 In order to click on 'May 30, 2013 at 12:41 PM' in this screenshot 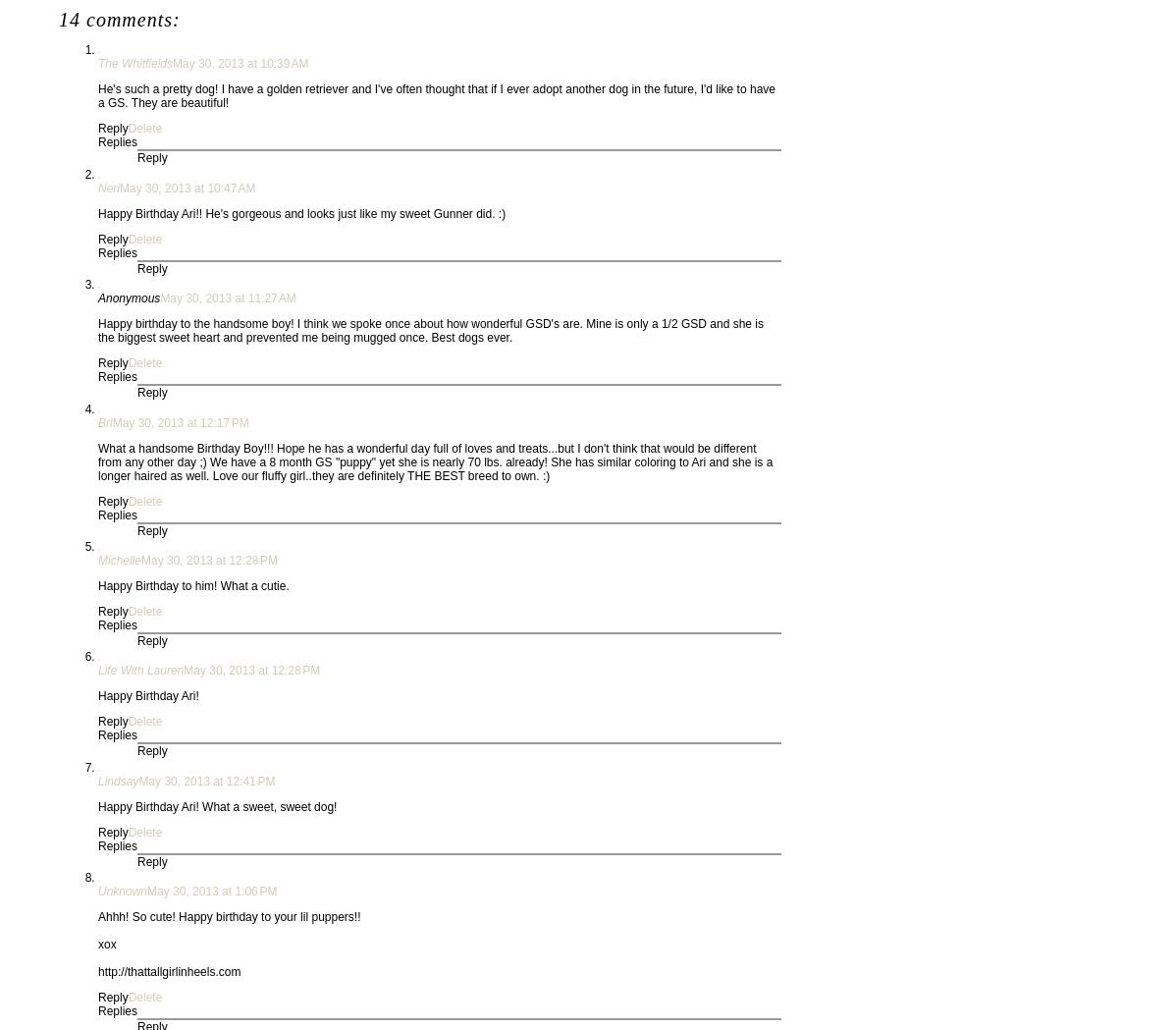, I will do `click(137, 781)`.